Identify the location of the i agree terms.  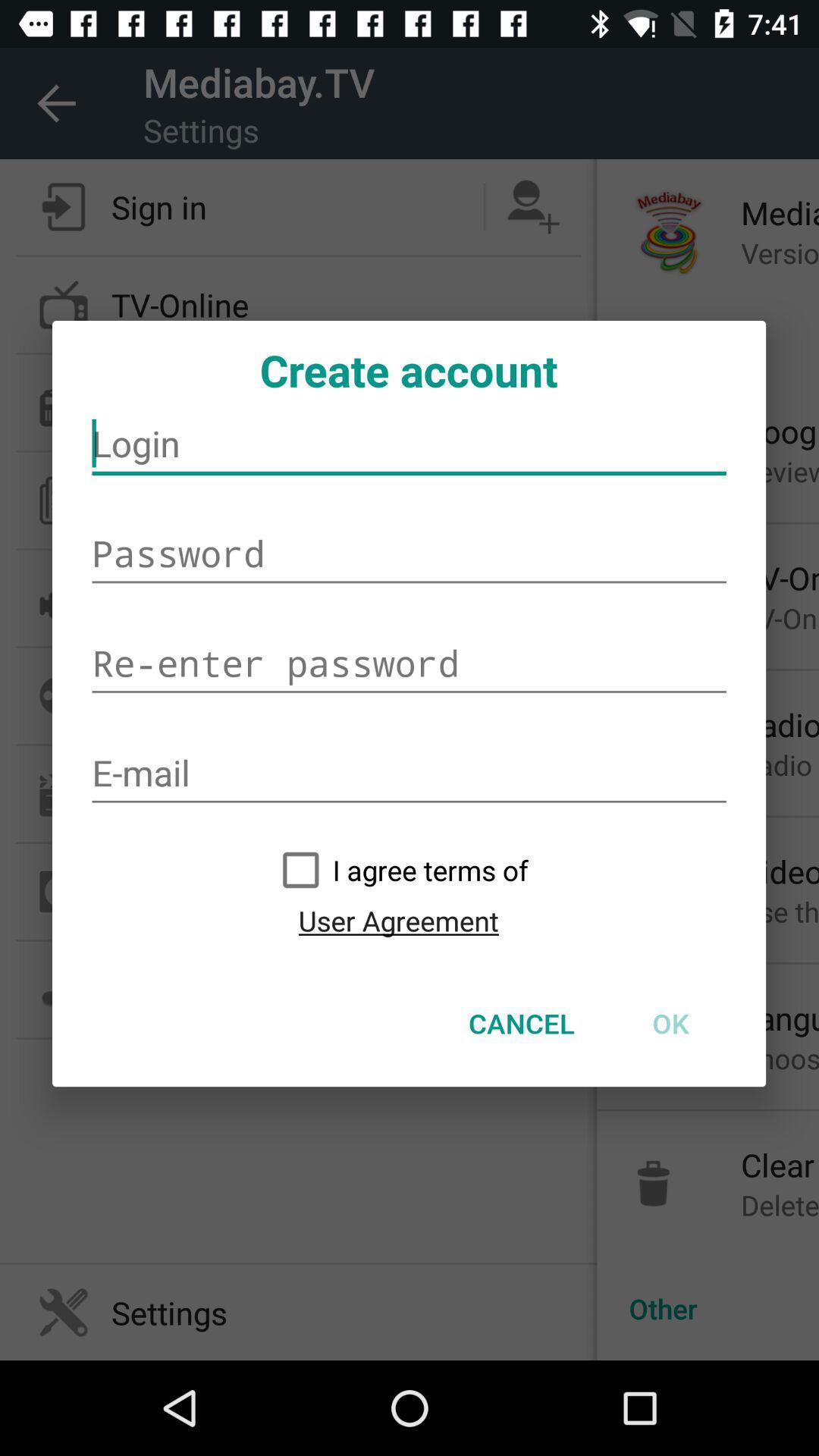
(397, 870).